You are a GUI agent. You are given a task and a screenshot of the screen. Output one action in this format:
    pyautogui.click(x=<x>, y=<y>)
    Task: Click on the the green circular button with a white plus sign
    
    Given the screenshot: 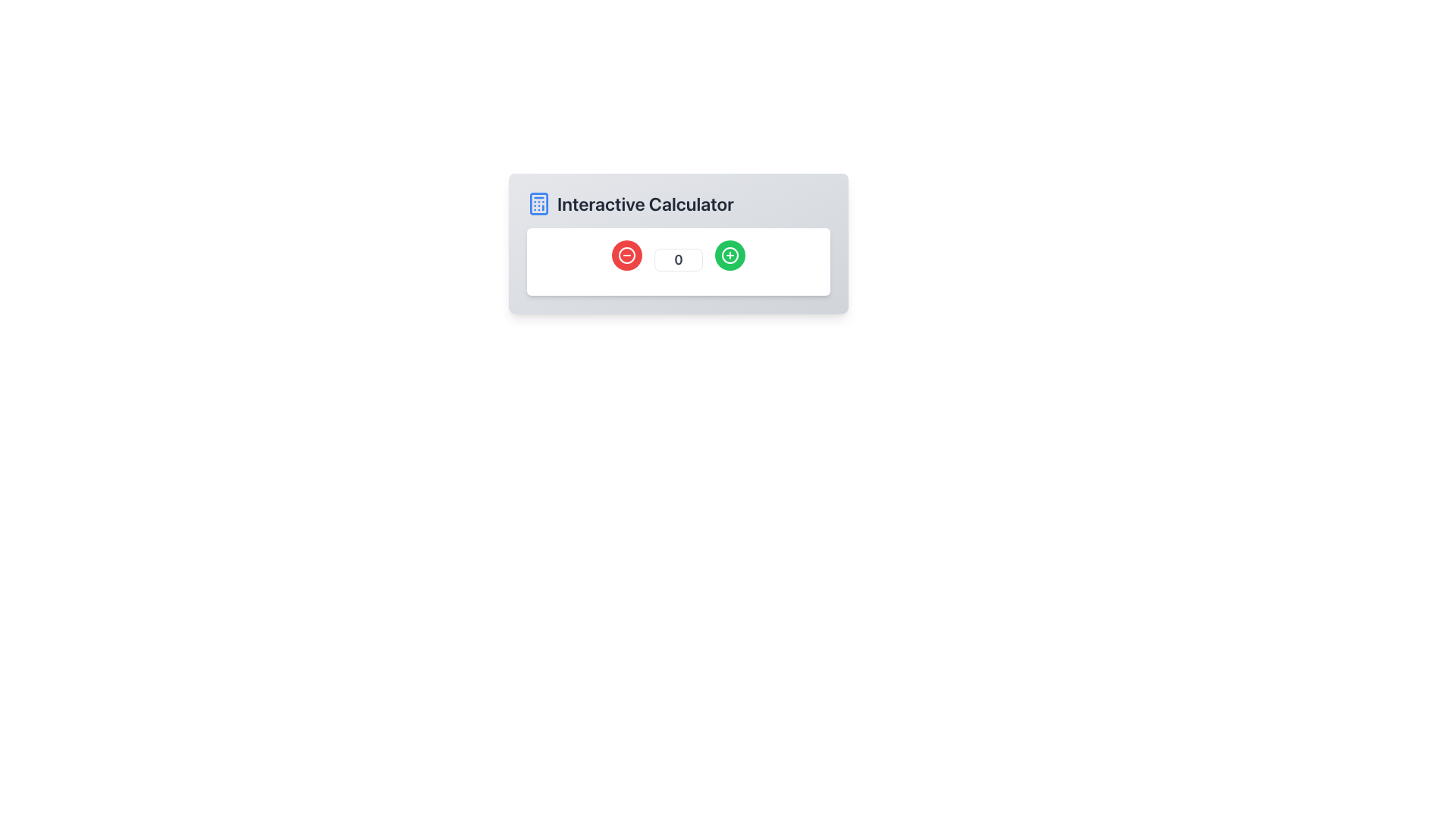 What is the action you would take?
    pyautogui.click(x=730, y=254)
    